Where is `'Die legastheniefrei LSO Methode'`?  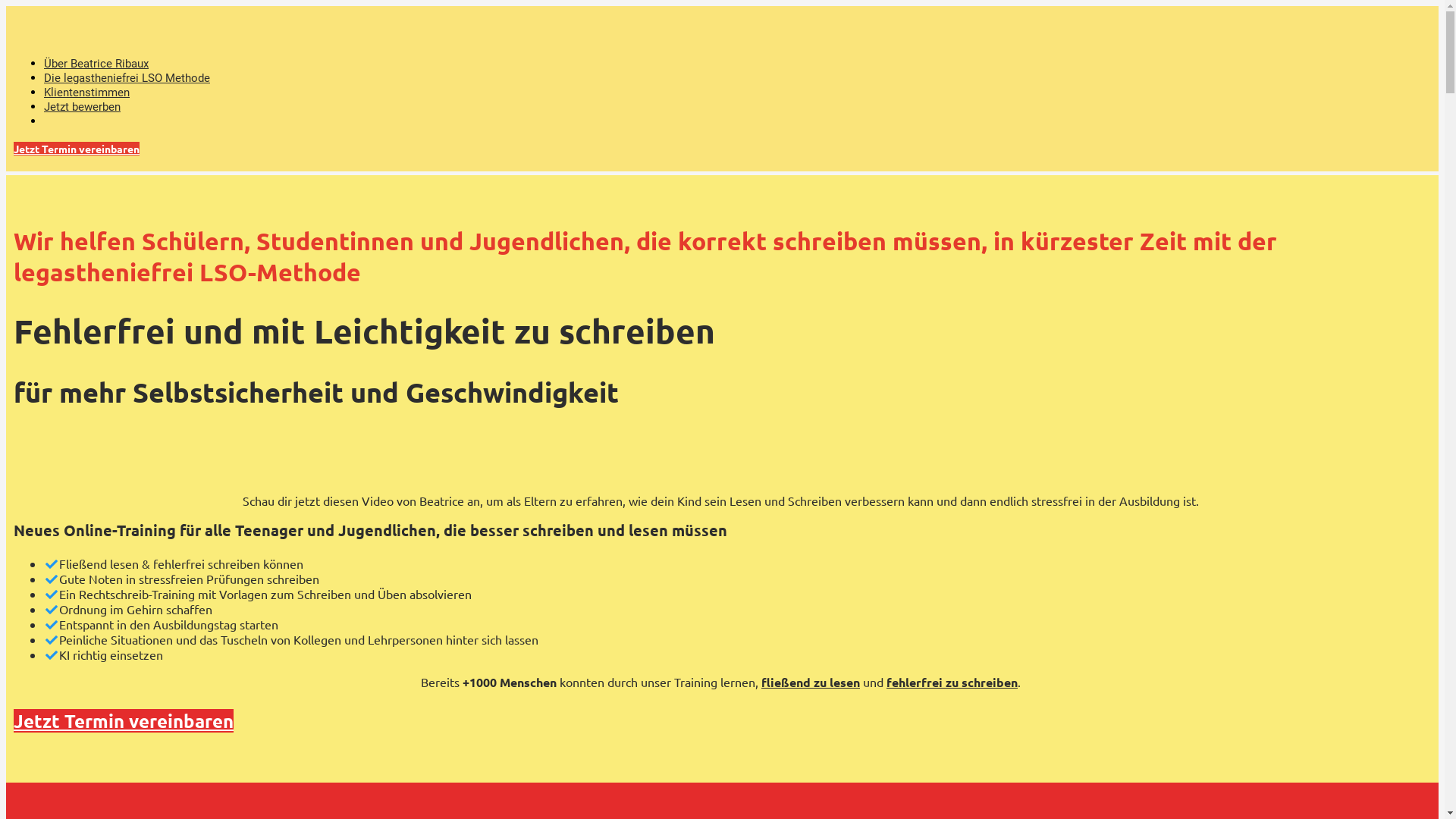 'Die legastheniefrei LSO Methode' is located at coordinates (43, 78).